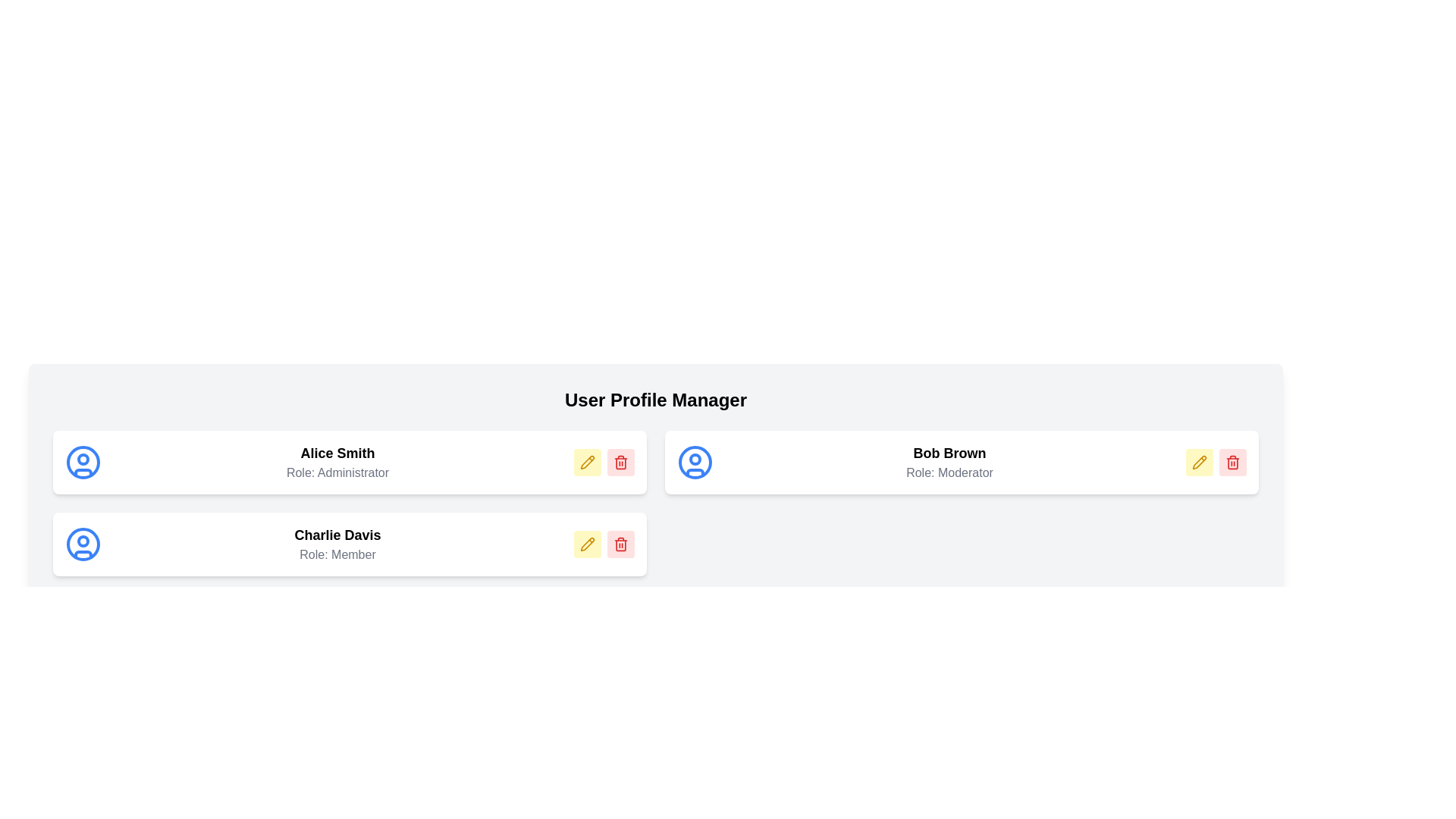 This screenshot has width=1456, height=819. I want to click on the static text display showing 'Bob Brown', which is bold and slightly larger than surrounding text, located at the top-right of the interface above 'Role: Moderator', so click(949, 452).